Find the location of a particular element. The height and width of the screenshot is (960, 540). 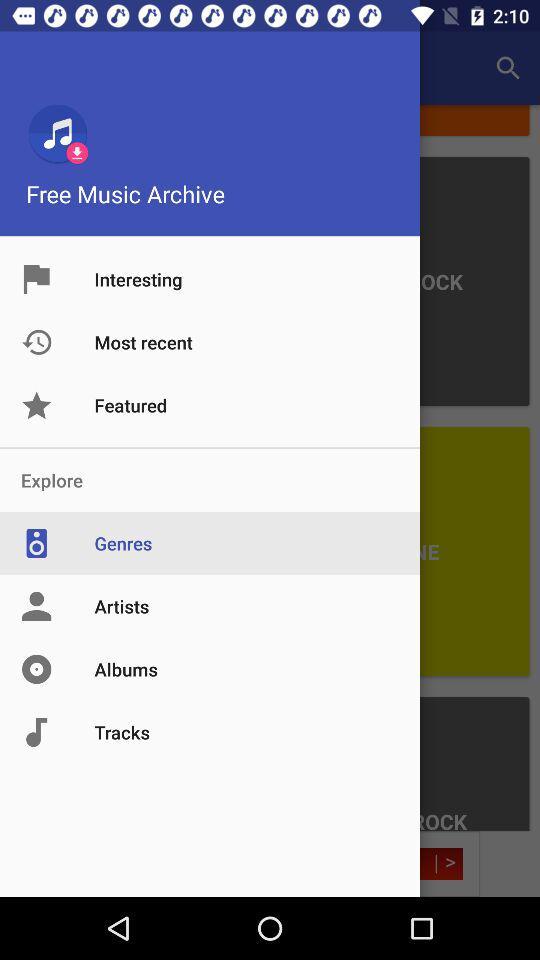

the icon at left side of albums is located at coordinates (57, 669).